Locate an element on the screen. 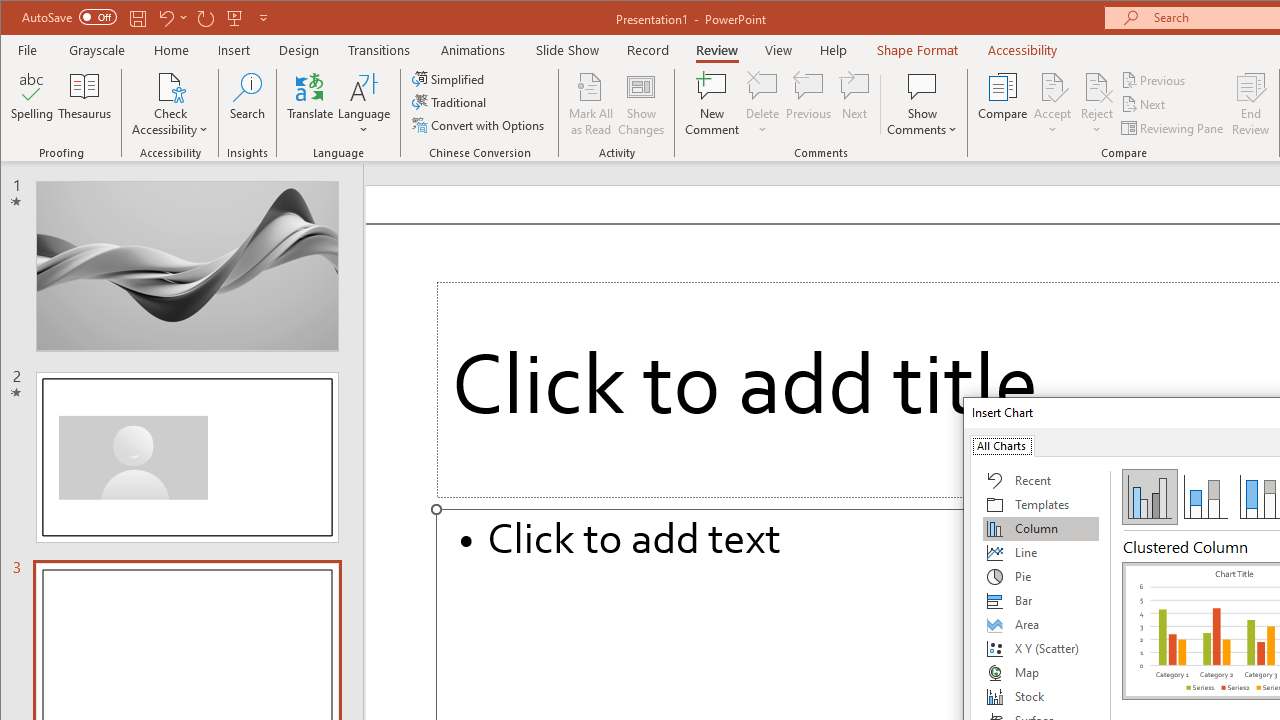 The height and width of the screenshot is (720, 1280). 'Convert with Options...' is located at coordinates (480, 125).